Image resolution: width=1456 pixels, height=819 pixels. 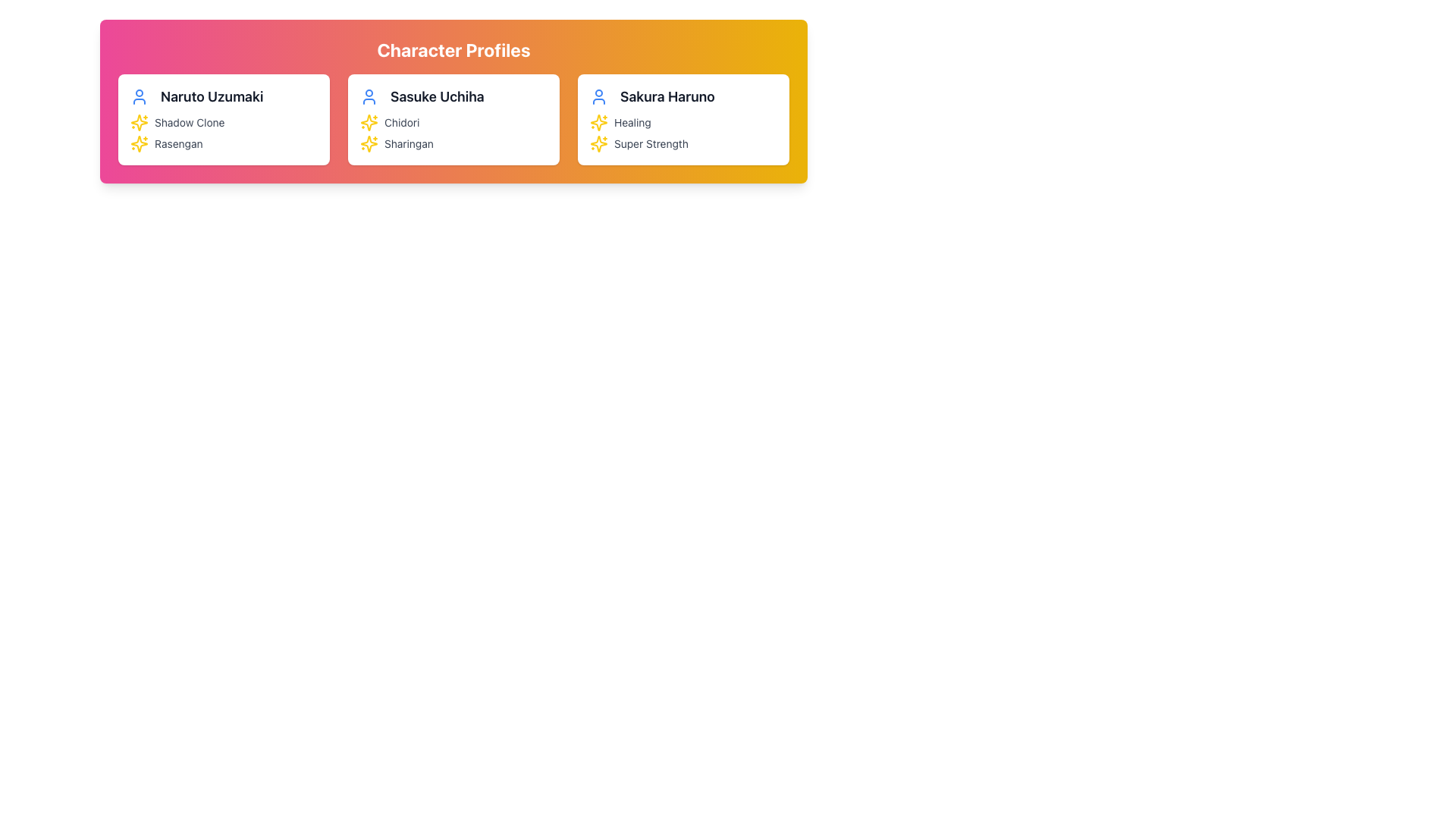 What do you see at coordinates (598, 122) in the screenshot?
I see `the star-shaped yellow icon representing 'Healing' in the character profile card for 'Sakura Haruno'` at bounding box center [598, 122].